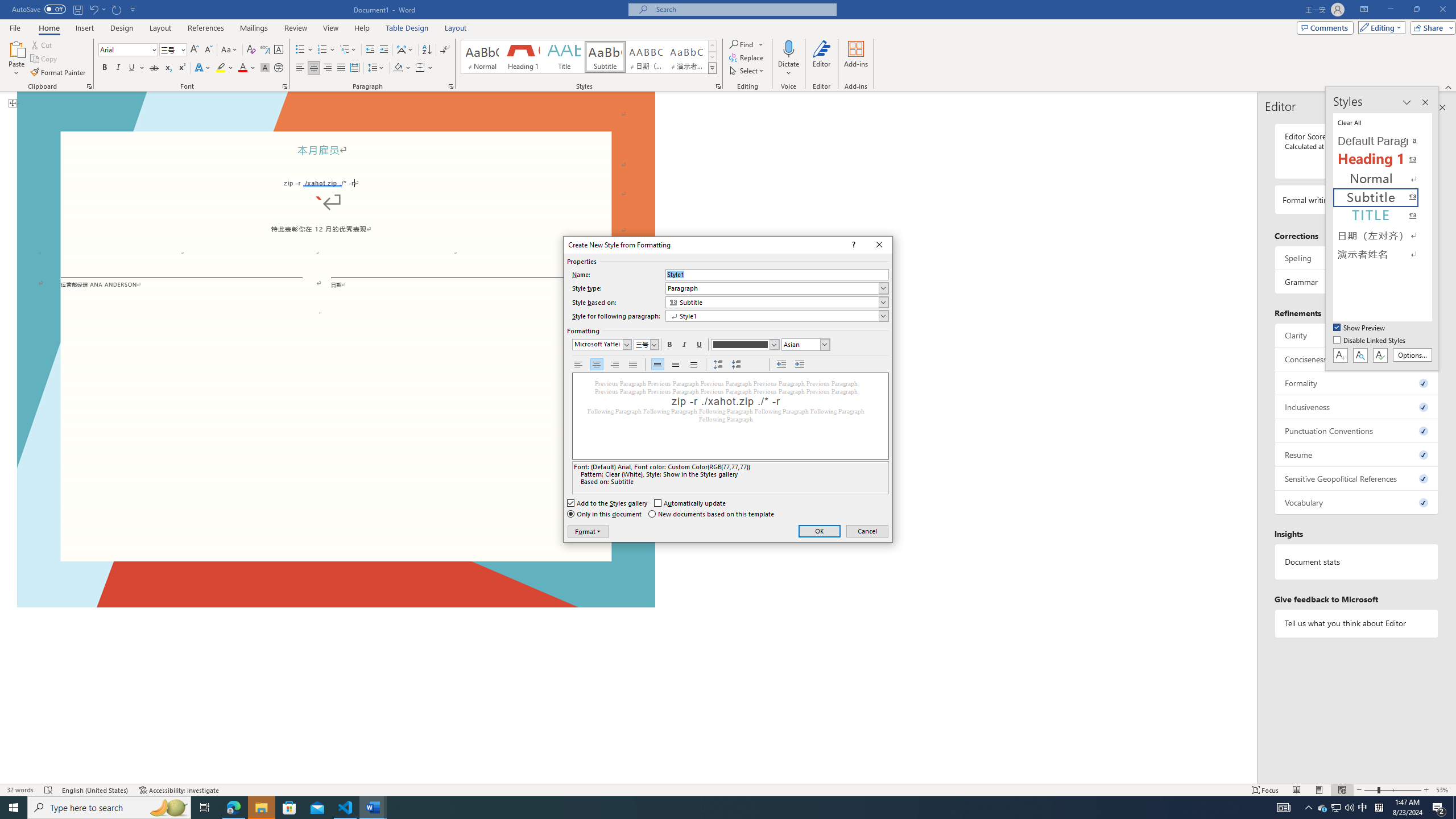 Image resolution: width=1456 pixels, height=819 pixels. I want to click on 'New documents based on this template', so click(712, 514).